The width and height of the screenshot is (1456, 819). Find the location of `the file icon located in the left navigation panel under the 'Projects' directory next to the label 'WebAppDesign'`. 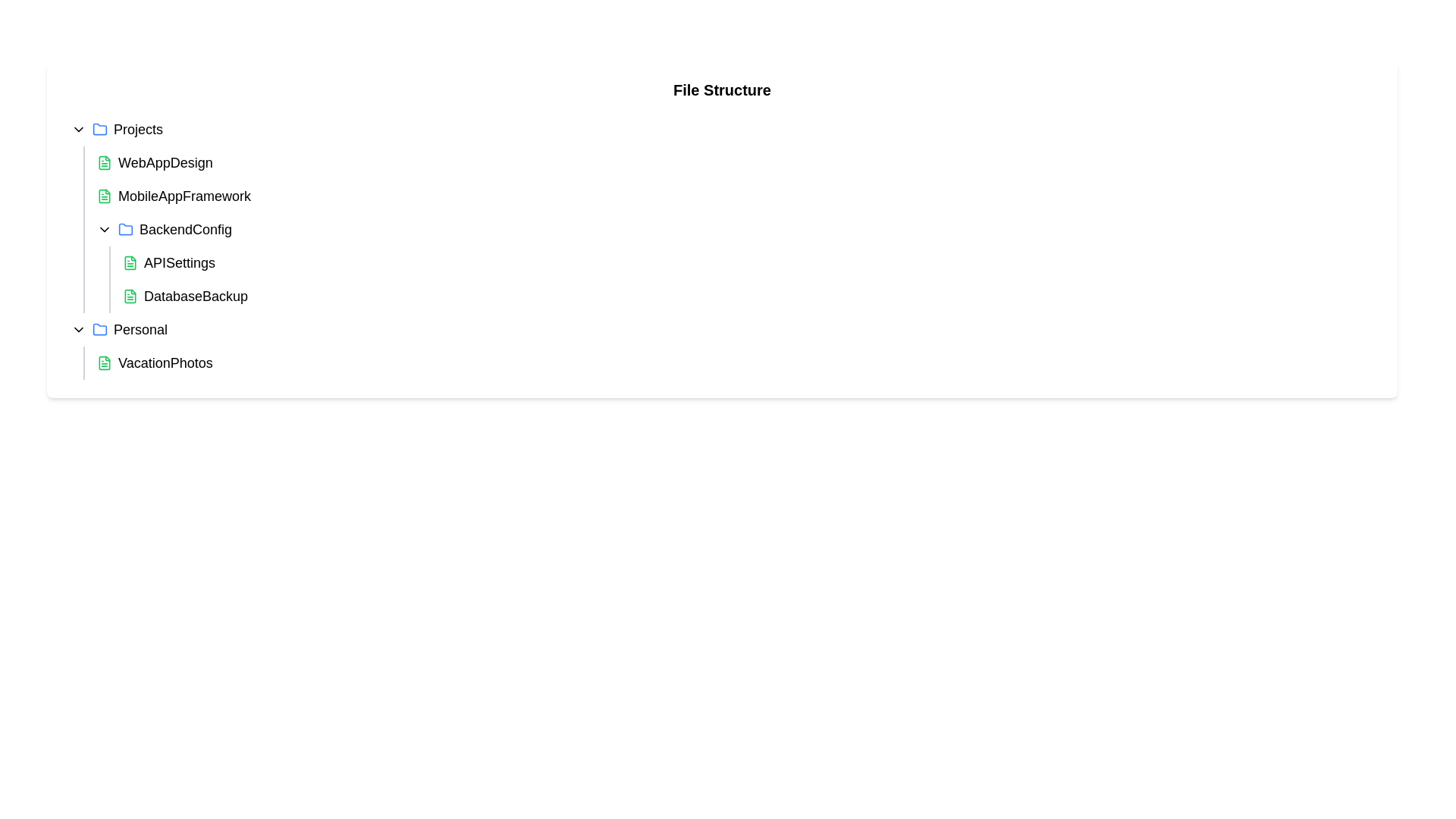

the file icon located in the left navigation panel under the 'Projects' directory next to the label 'WebAppDesign' is located at coordinates (104, 163).